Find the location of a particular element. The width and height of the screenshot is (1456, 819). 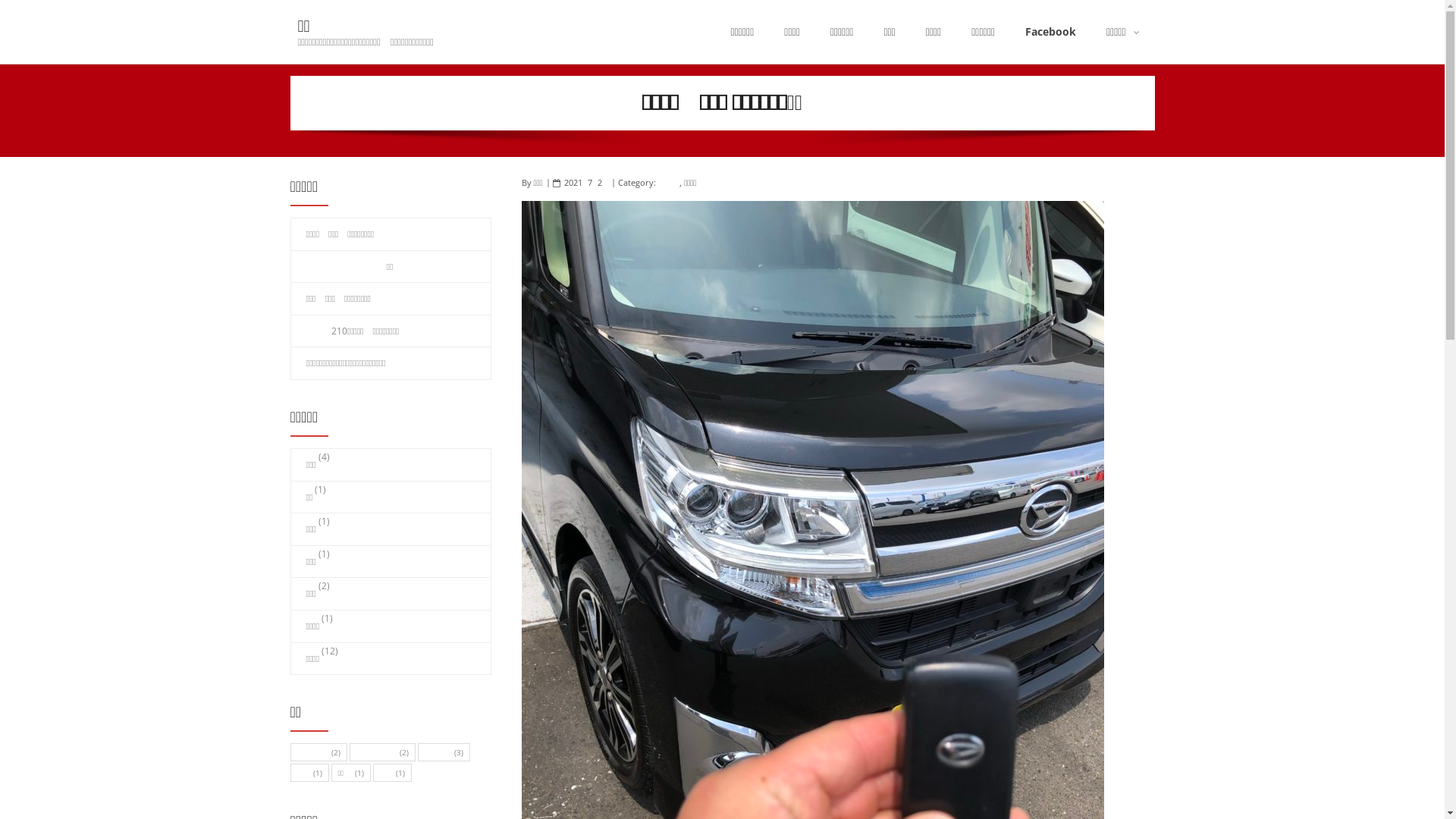

'Facebook' is located at coordinates (1050, 32).